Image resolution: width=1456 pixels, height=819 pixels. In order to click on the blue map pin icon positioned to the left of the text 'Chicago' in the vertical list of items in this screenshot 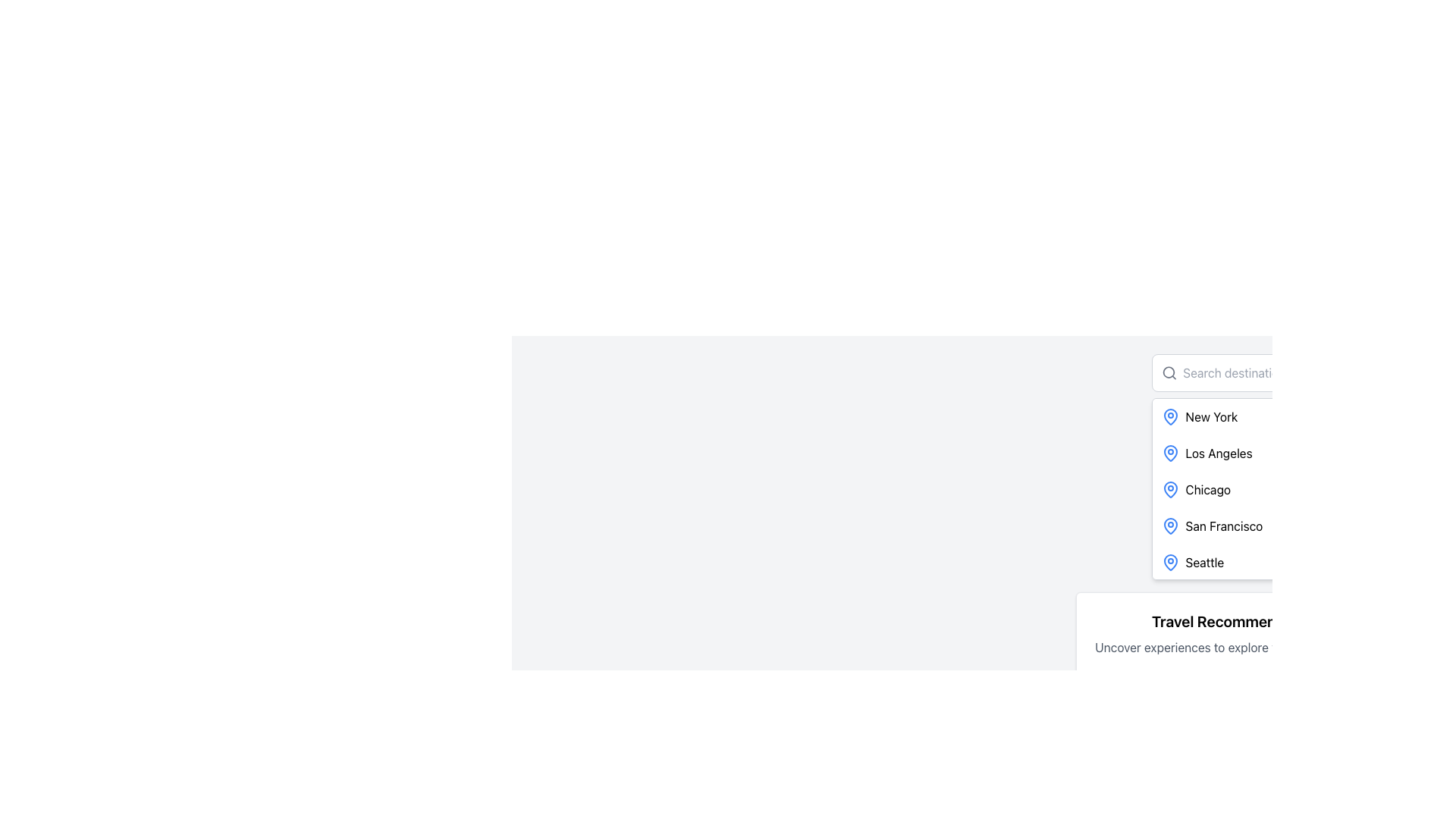, I will do `click(1169, 489)`.